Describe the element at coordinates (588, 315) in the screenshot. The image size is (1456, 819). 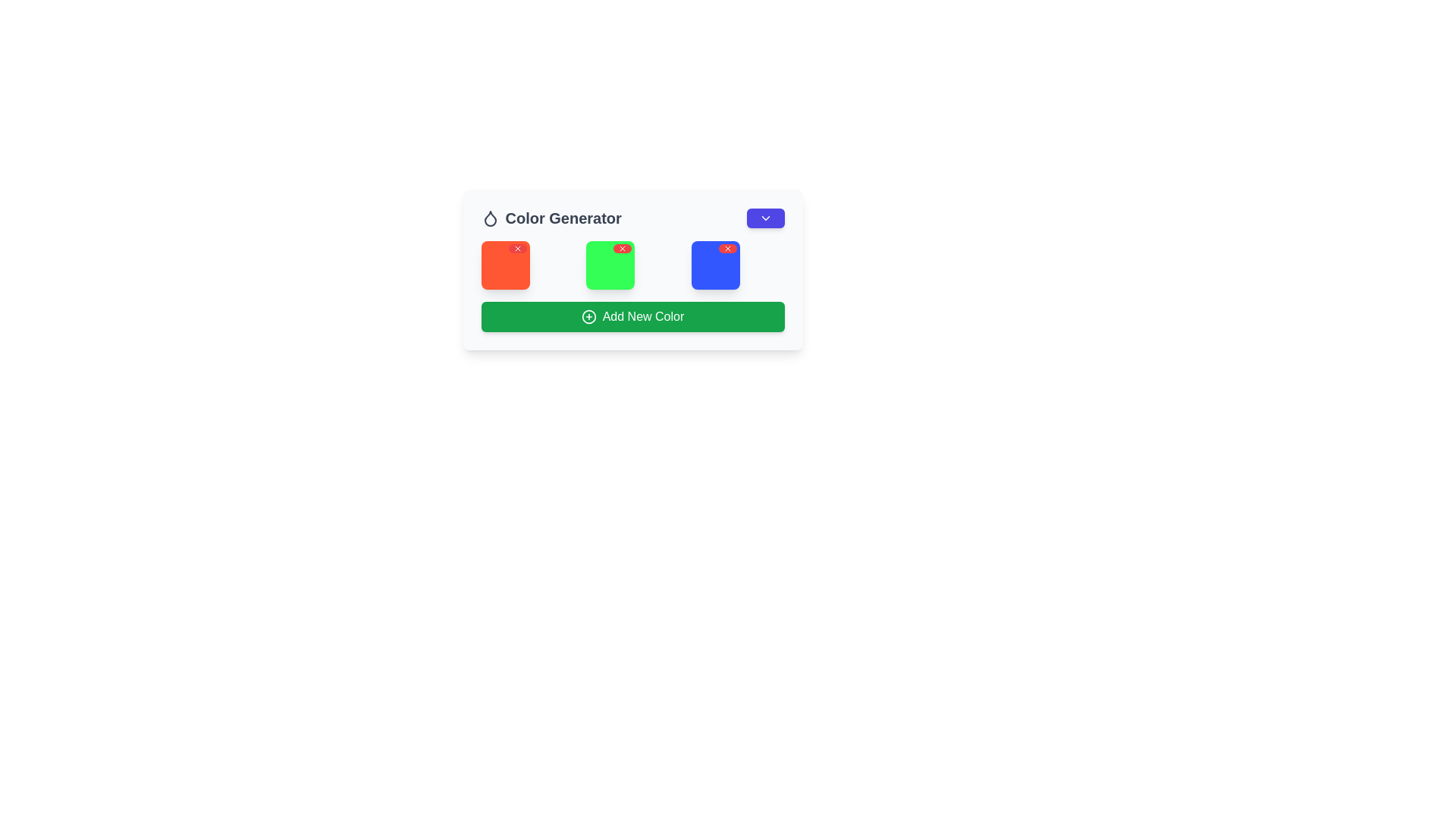
I see `the circular SVG element of the 'Add New Color' button by clicking on it` at that location.